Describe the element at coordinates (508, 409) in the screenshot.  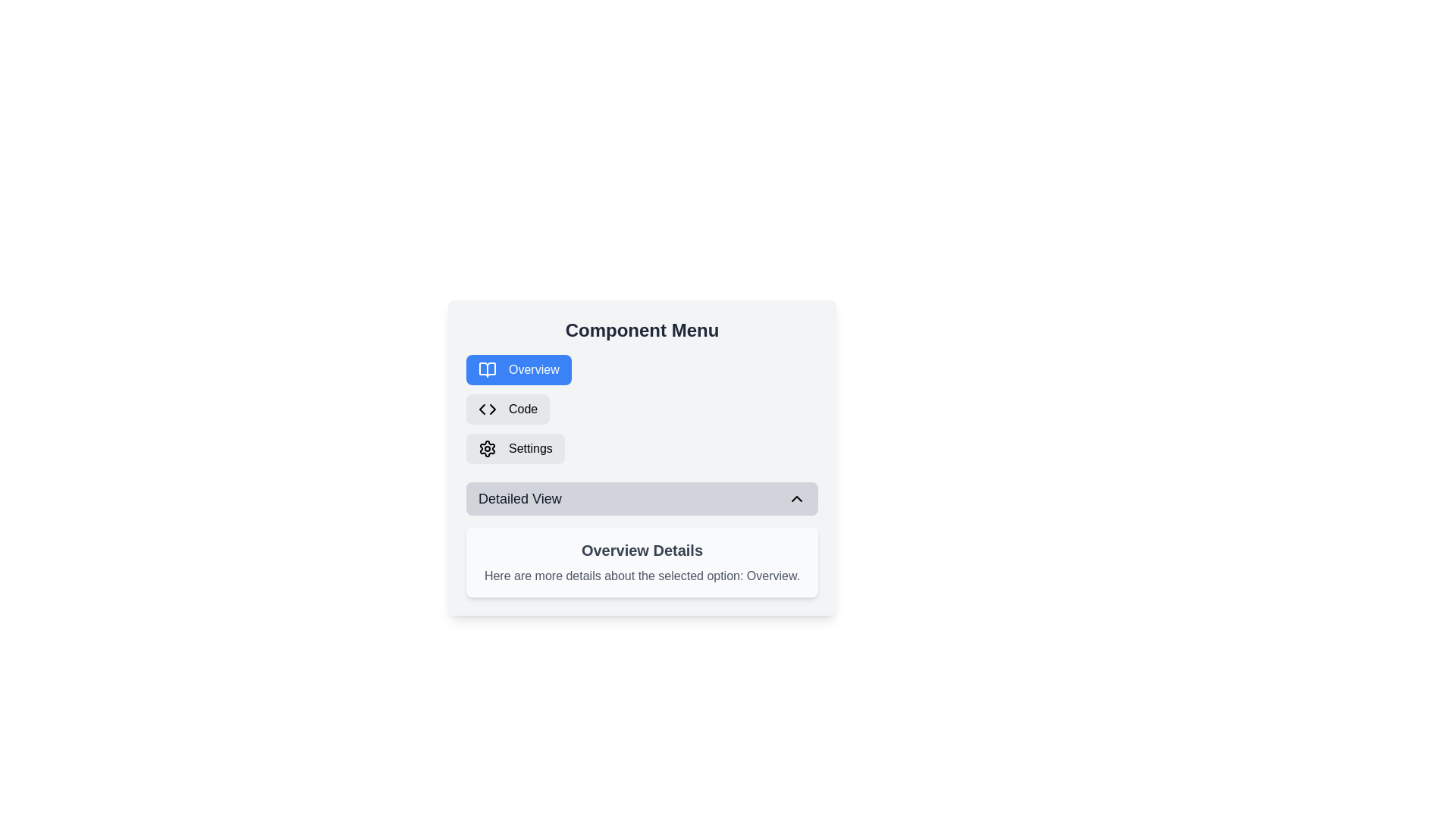
I see `the second button in the vertical group of three buttons, located between the 'Overview' and 'Settings' buttons, to possibly view tooltips or visual feedback` at that location.